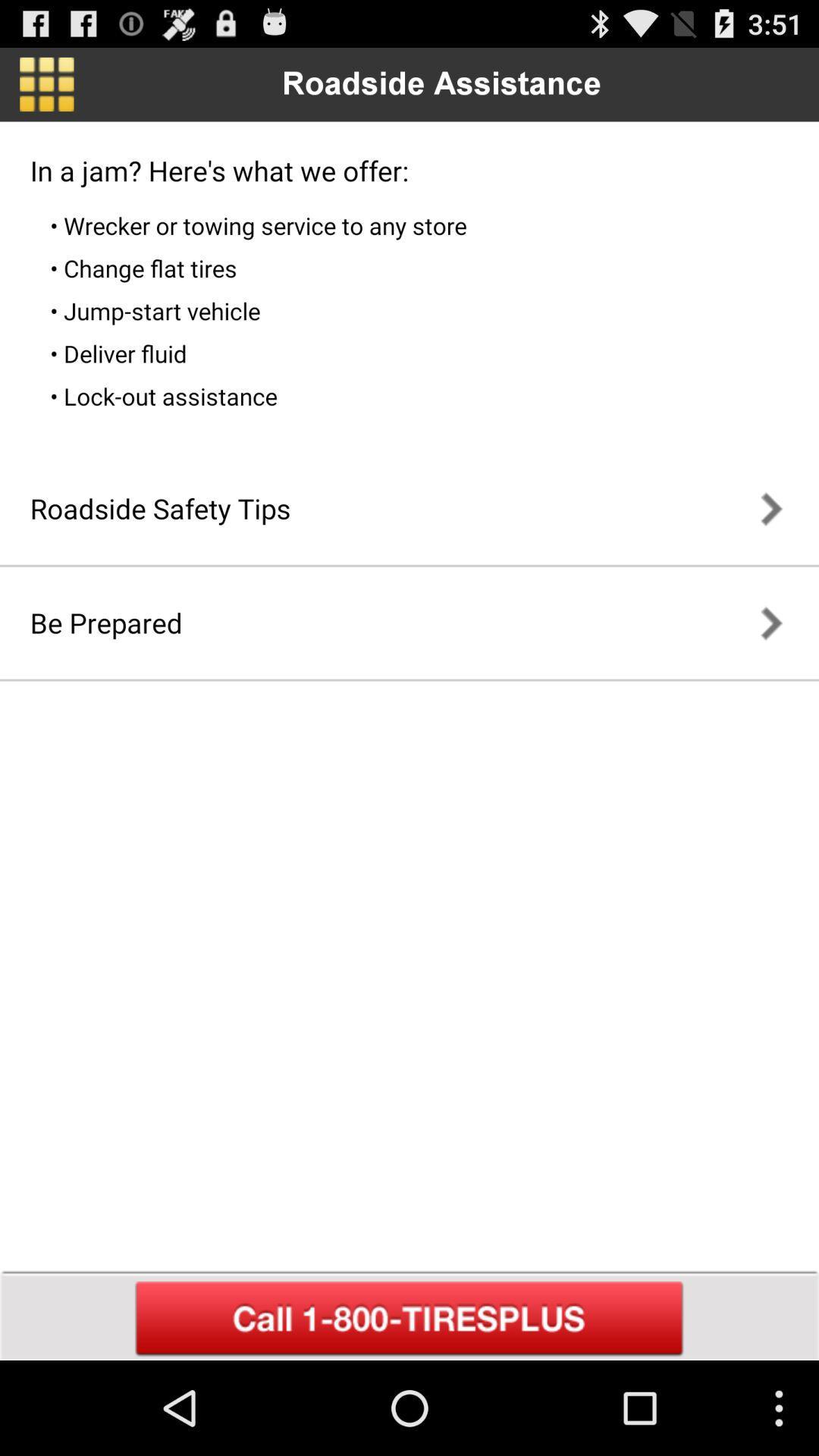  I want to click on the item to the left of roadside assistance icon, so click(45, 83).